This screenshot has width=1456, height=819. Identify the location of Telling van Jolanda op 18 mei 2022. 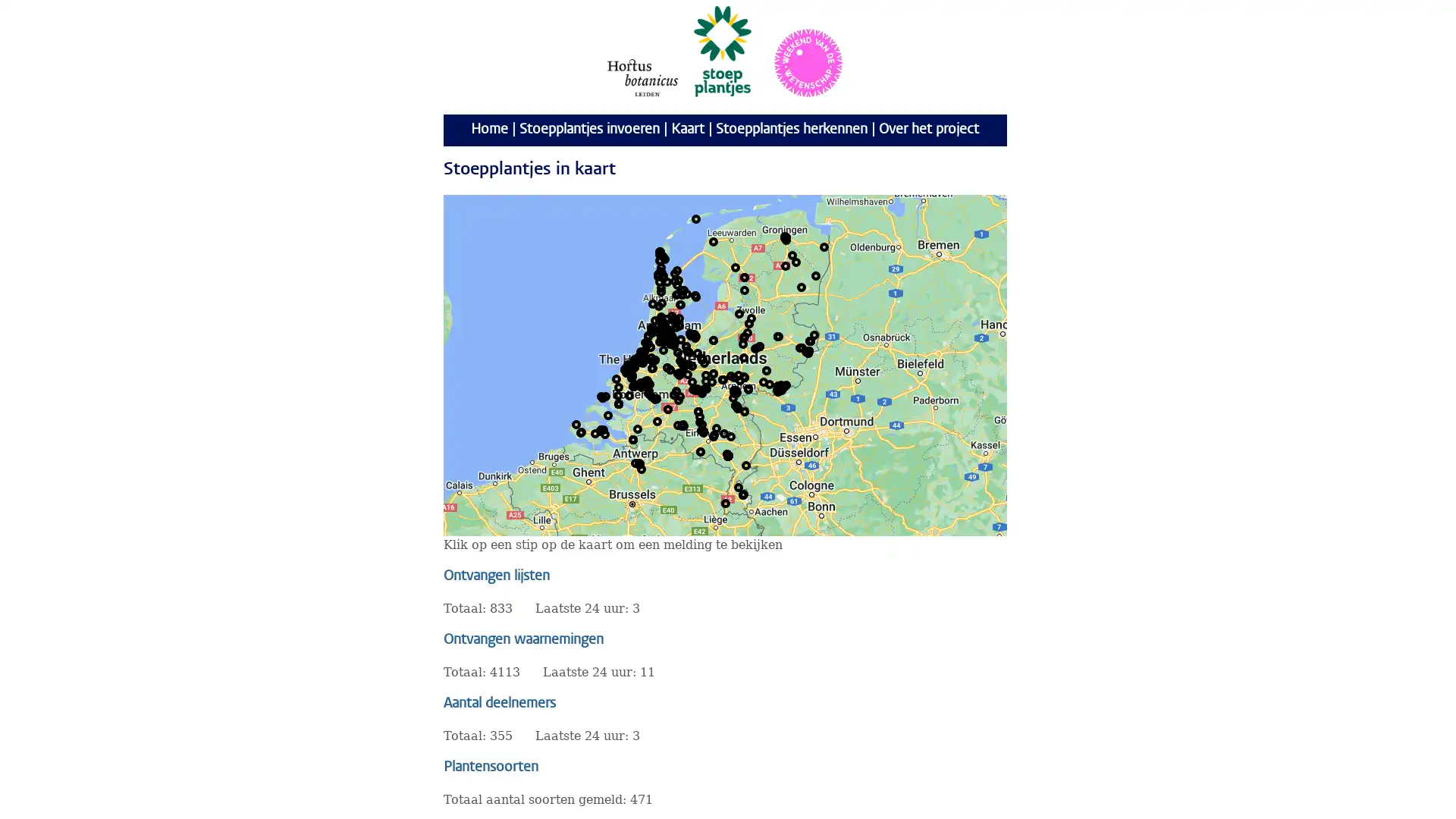
(682, 424).